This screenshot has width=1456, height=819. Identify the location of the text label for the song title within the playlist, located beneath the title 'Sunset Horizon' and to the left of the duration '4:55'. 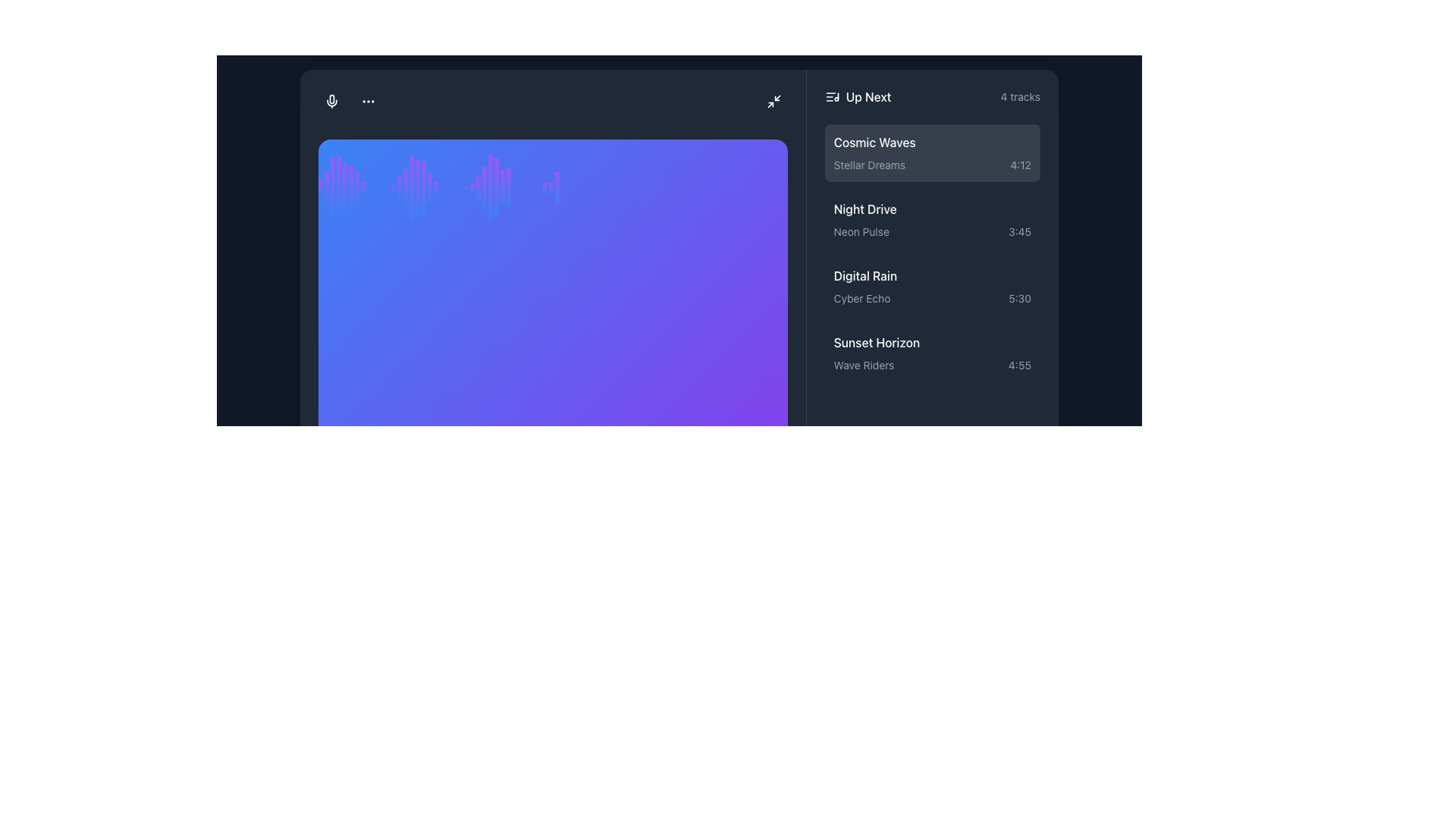
(864, 365).